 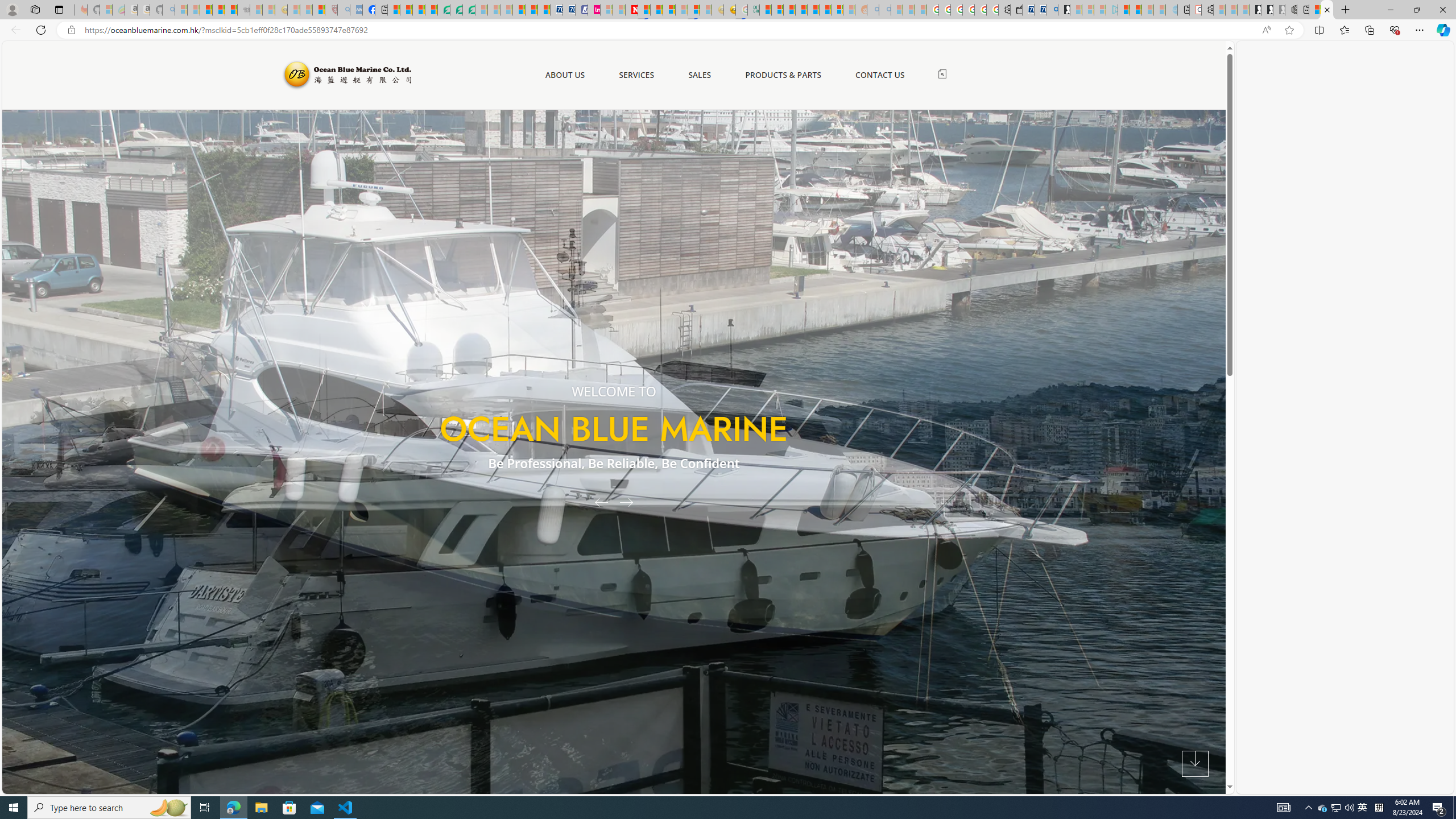 I want to click on 'Next Slide', so click(x=630, y=501).